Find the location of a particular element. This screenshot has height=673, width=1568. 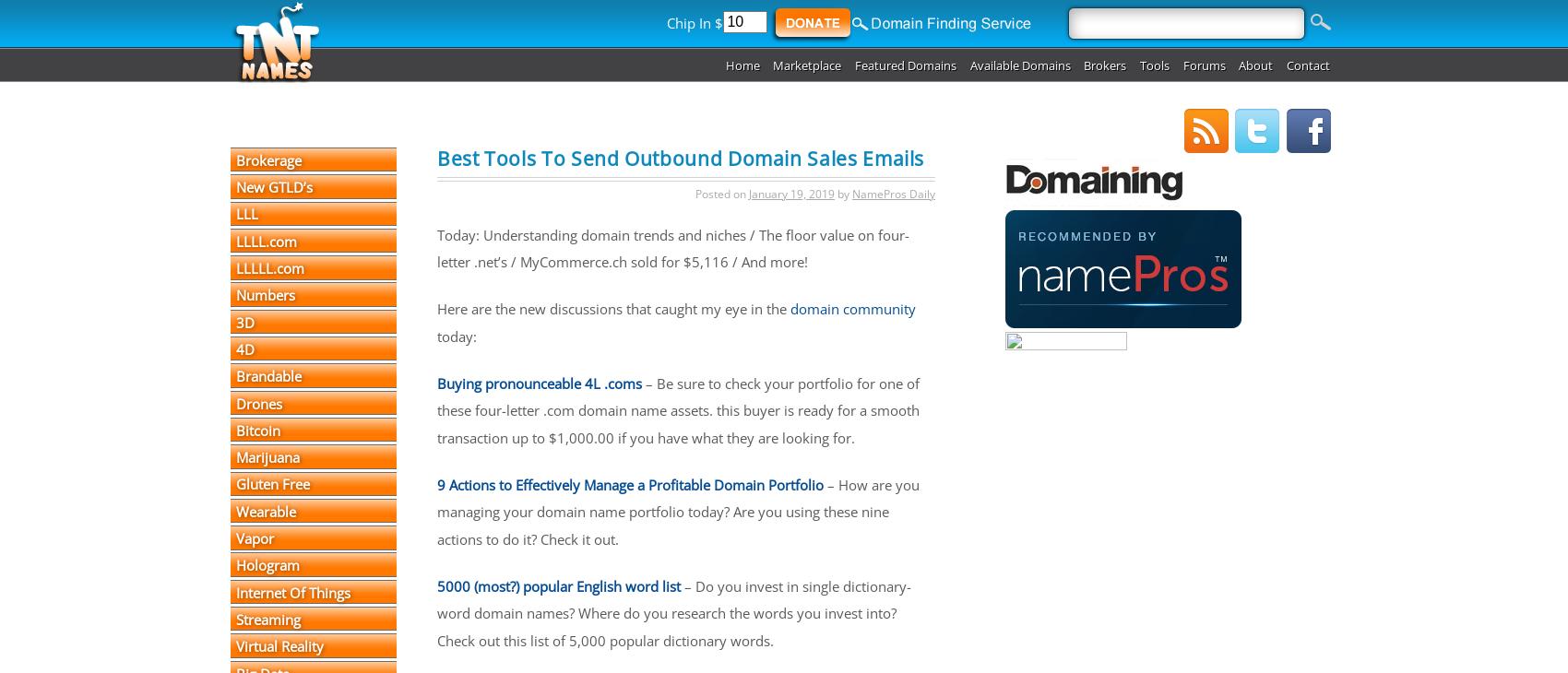

'Tools' is located at coordinates (1154, 64).